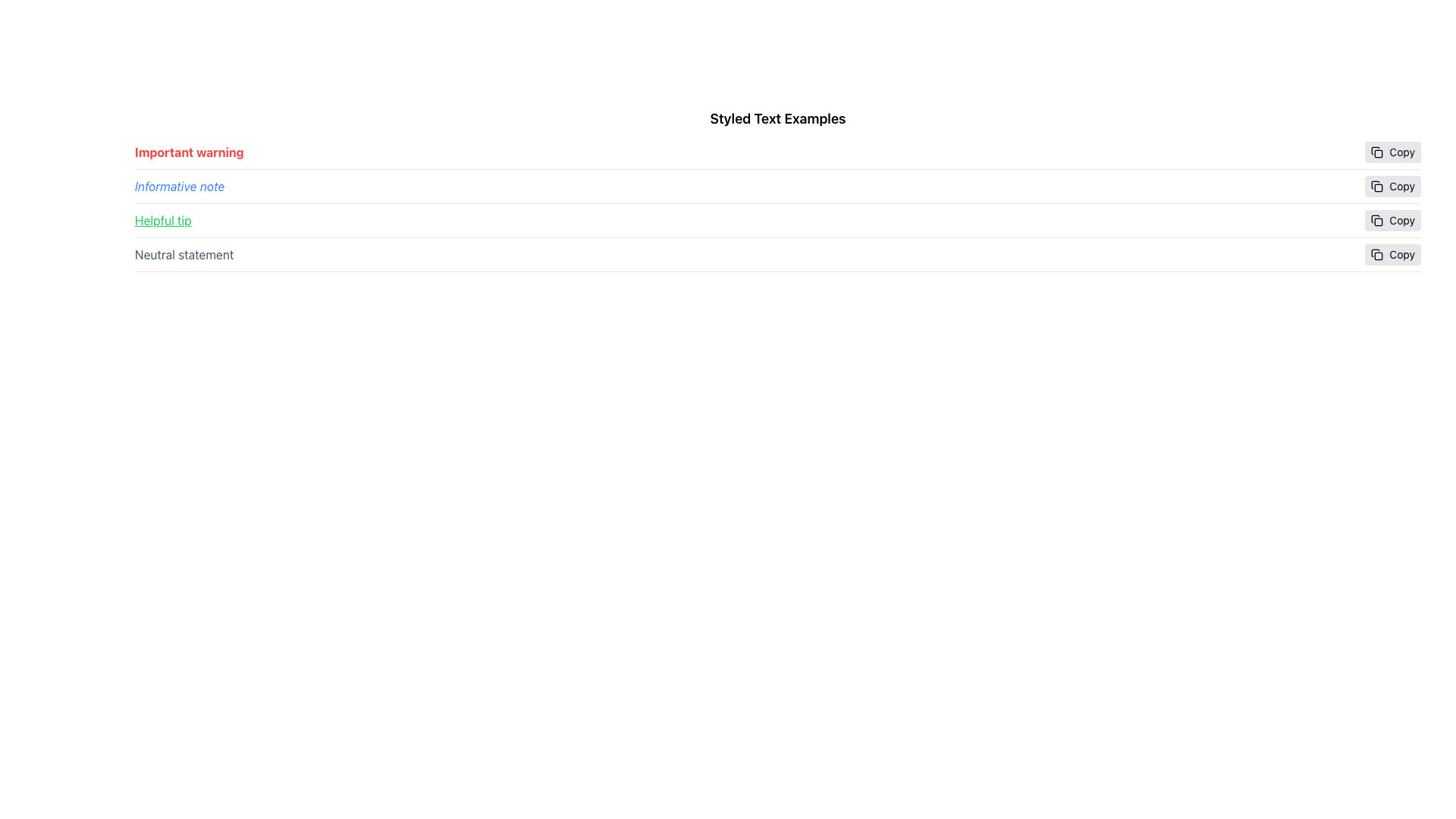 Image resolution: width=1456 pixels, height=819 pixels. What do you see at coordinates (1377, 186) in the screenshot?
I see `the minimalistic 'Copy' icon located inside the 'Copy' button, which is adjacent to the 'Helpful tip' text` at bounding box center [1377, 186].